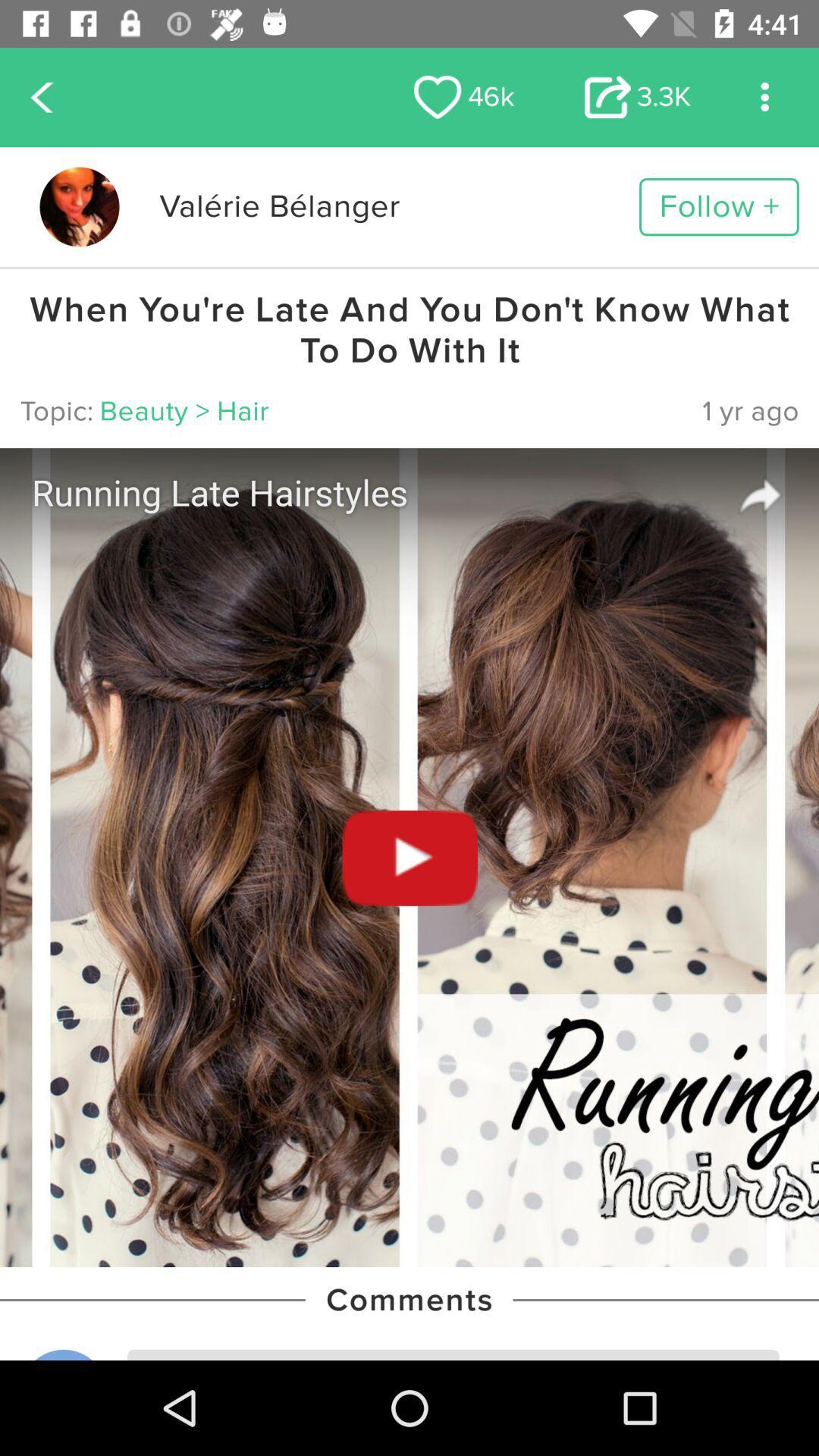 This screenshot has height=1456, width=819. I want to click on the more icon, so click(764, 96).